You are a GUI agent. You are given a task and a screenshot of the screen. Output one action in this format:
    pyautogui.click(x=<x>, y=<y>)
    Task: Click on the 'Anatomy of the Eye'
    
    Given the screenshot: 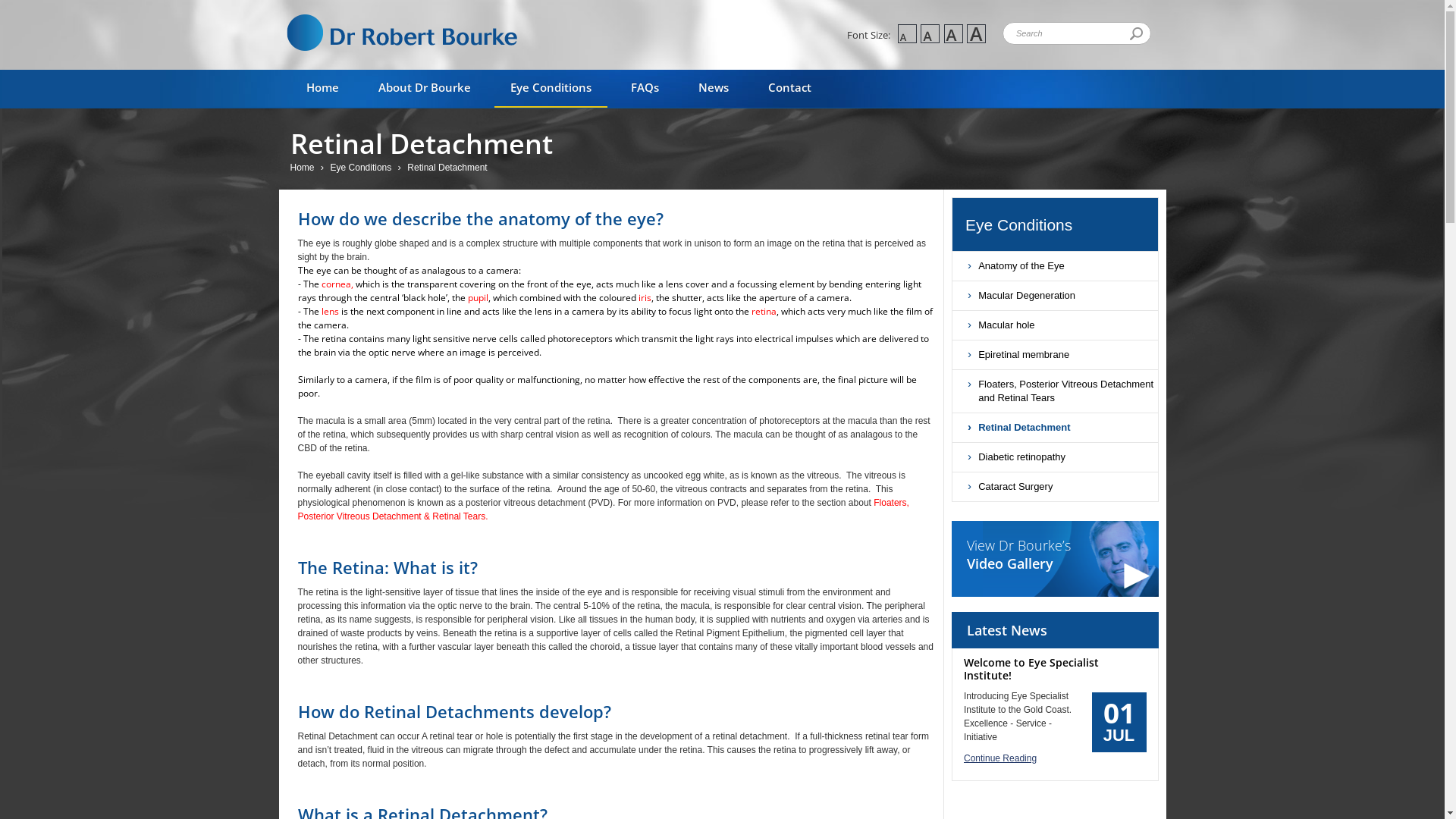 What is the action you would take?
    pyautogui.click(x=1054, y=265)
    